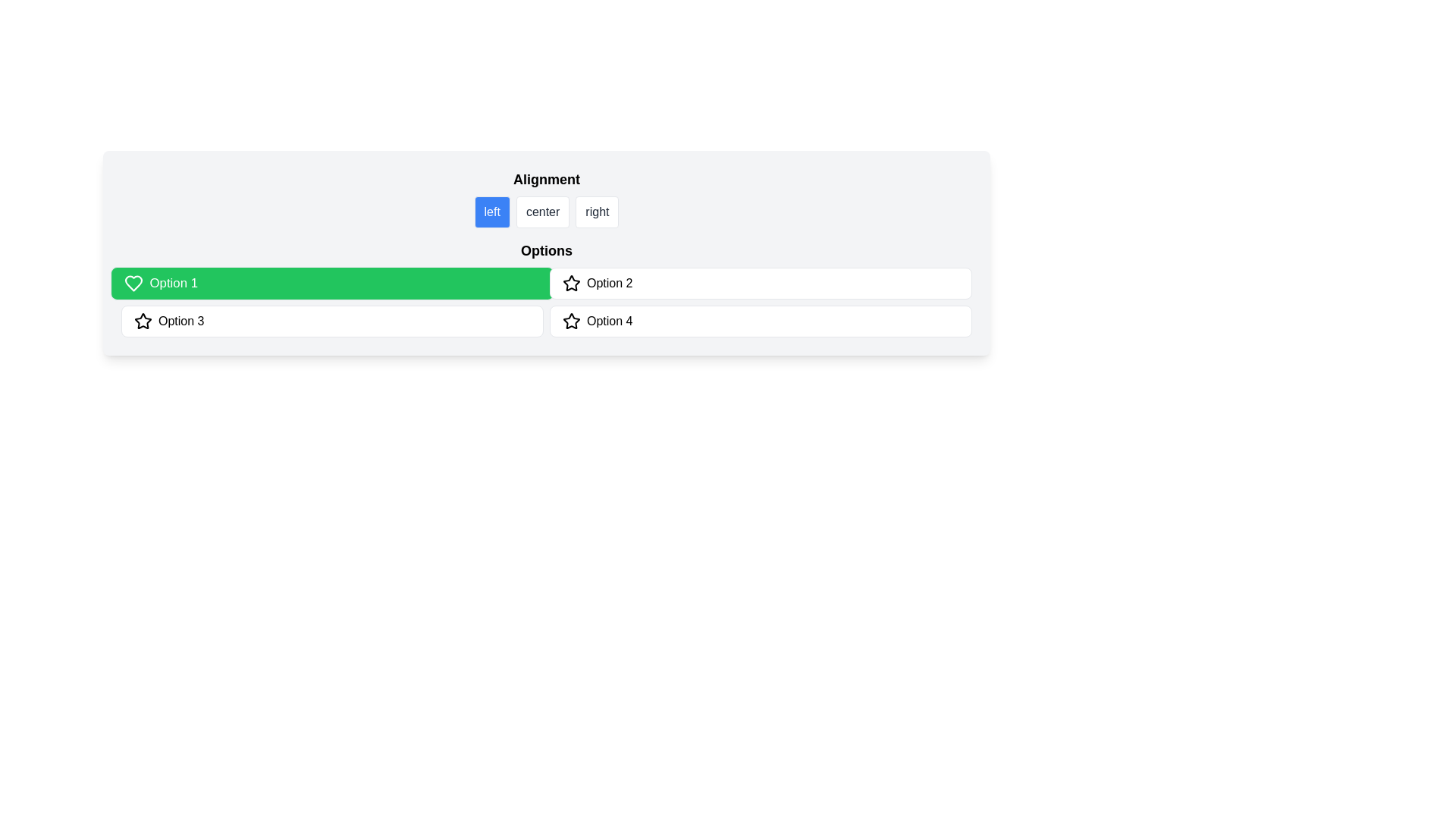 This screenshot has height=819, width=1456. I want to click on the stylized star icon with outlined edges located next to the label 'Option 4' to interact with it, so click(570, 321).